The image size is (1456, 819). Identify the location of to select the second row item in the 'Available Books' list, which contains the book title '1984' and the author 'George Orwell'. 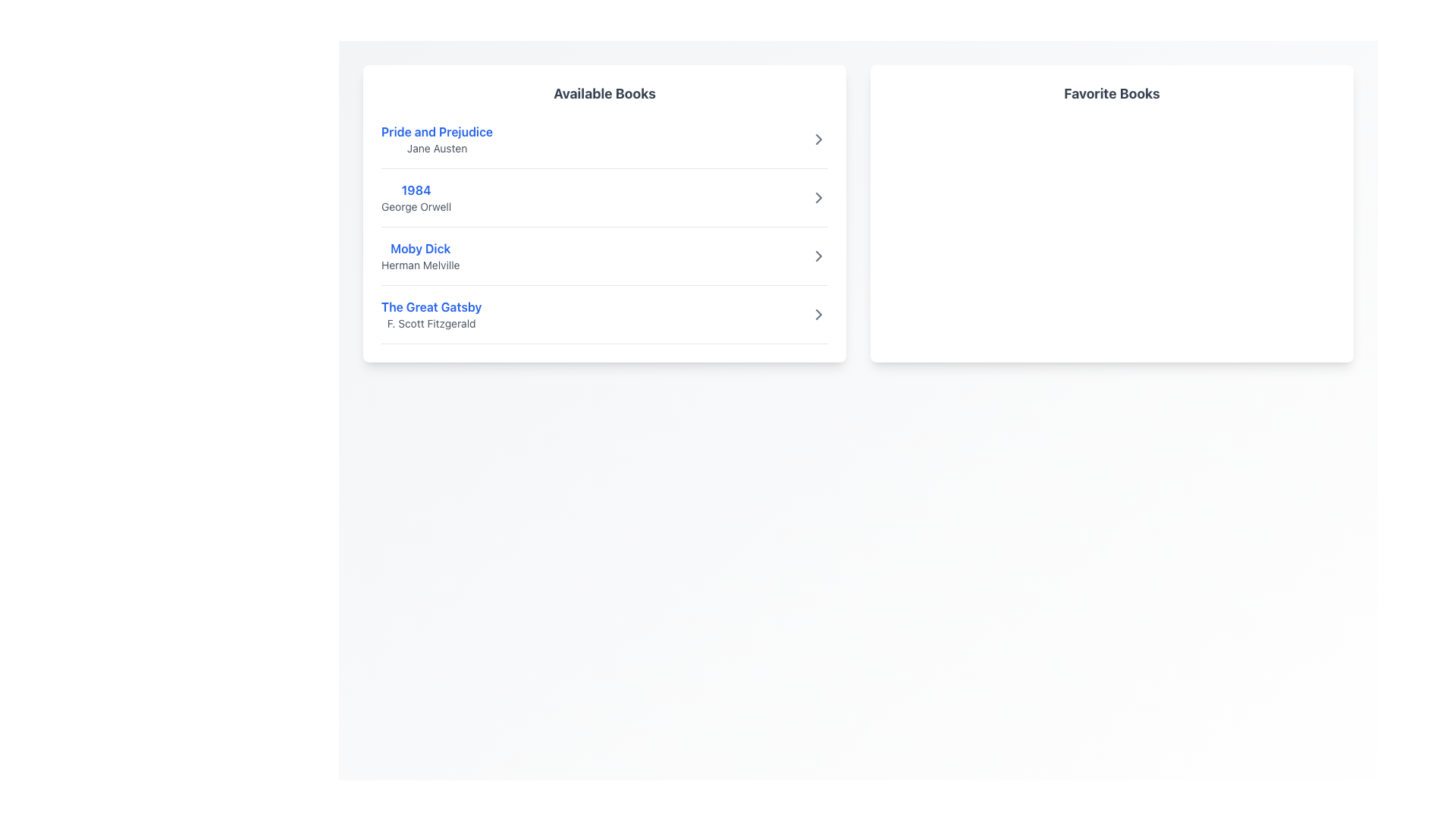
(604, 203).